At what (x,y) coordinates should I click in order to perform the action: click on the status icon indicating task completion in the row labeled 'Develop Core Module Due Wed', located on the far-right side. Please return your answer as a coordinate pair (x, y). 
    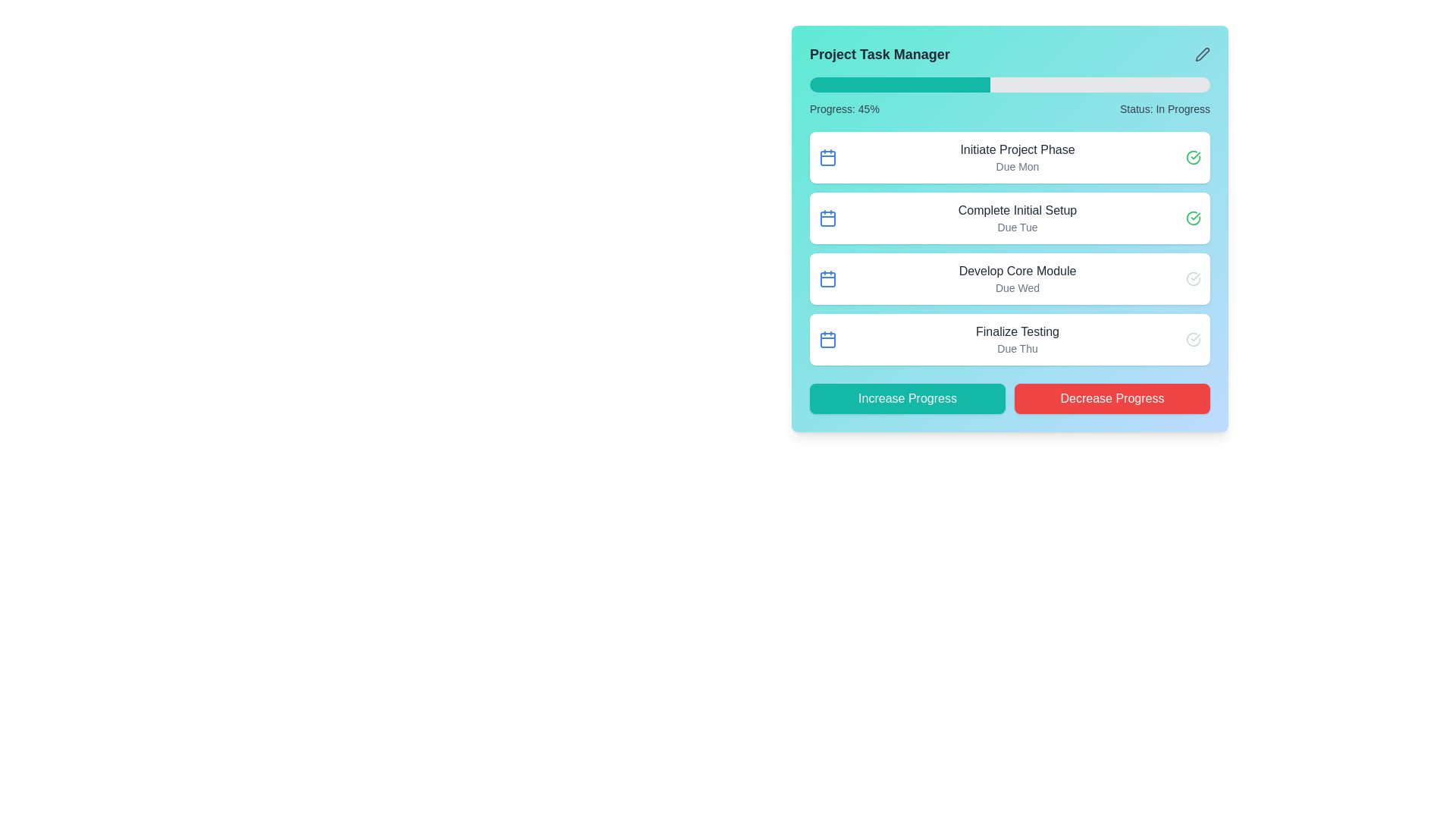
    Looking at the image, I should click on (1193, 278).